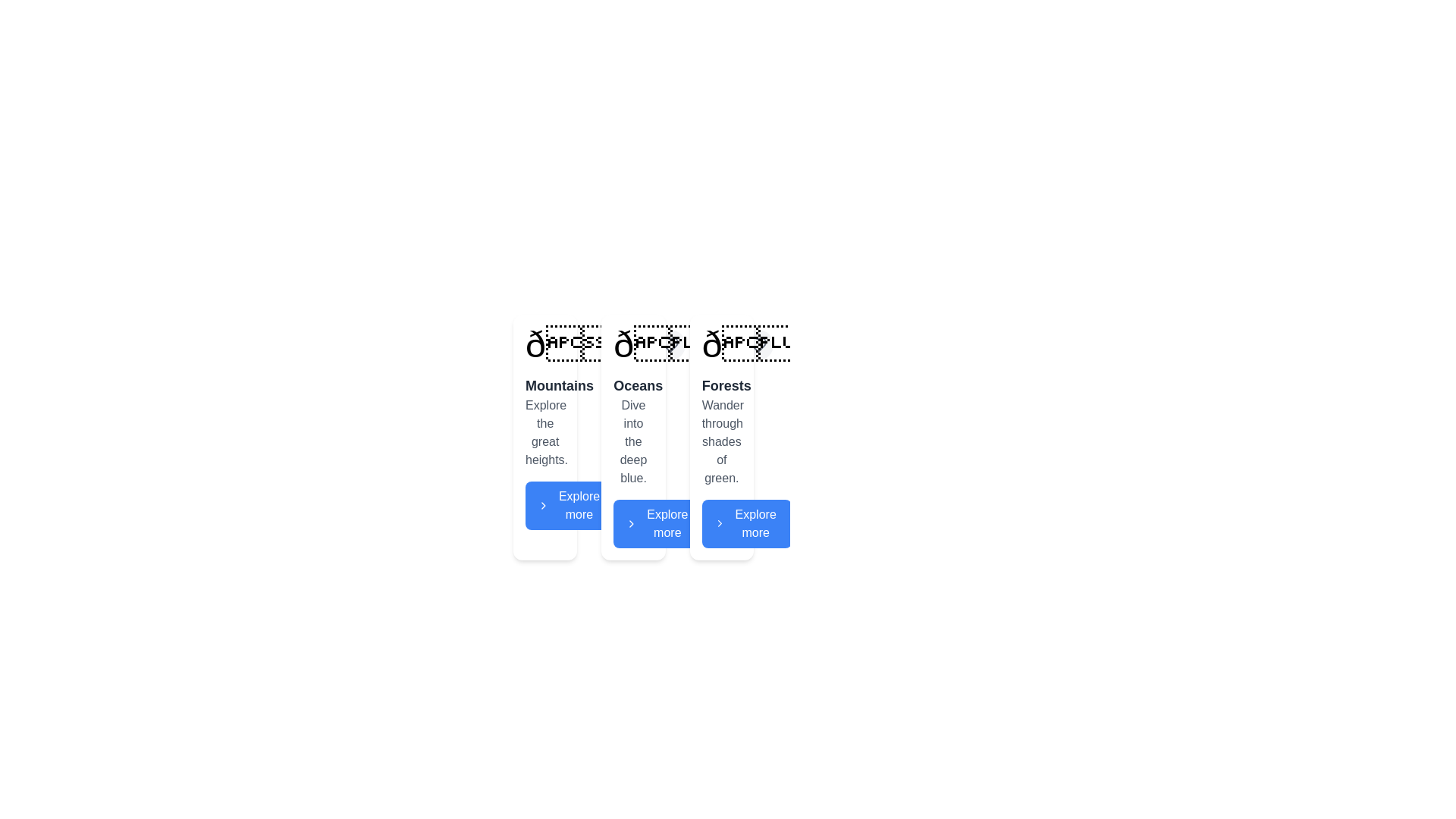 The width and height of the screenshot is (1456, 819). Describe the element at coordinates (746, 522) in the screenshot. I see `the 'Explore more' button with a blue background and white text located at the bottom-right corner of the card layout below the 'Forests' section` at that location.